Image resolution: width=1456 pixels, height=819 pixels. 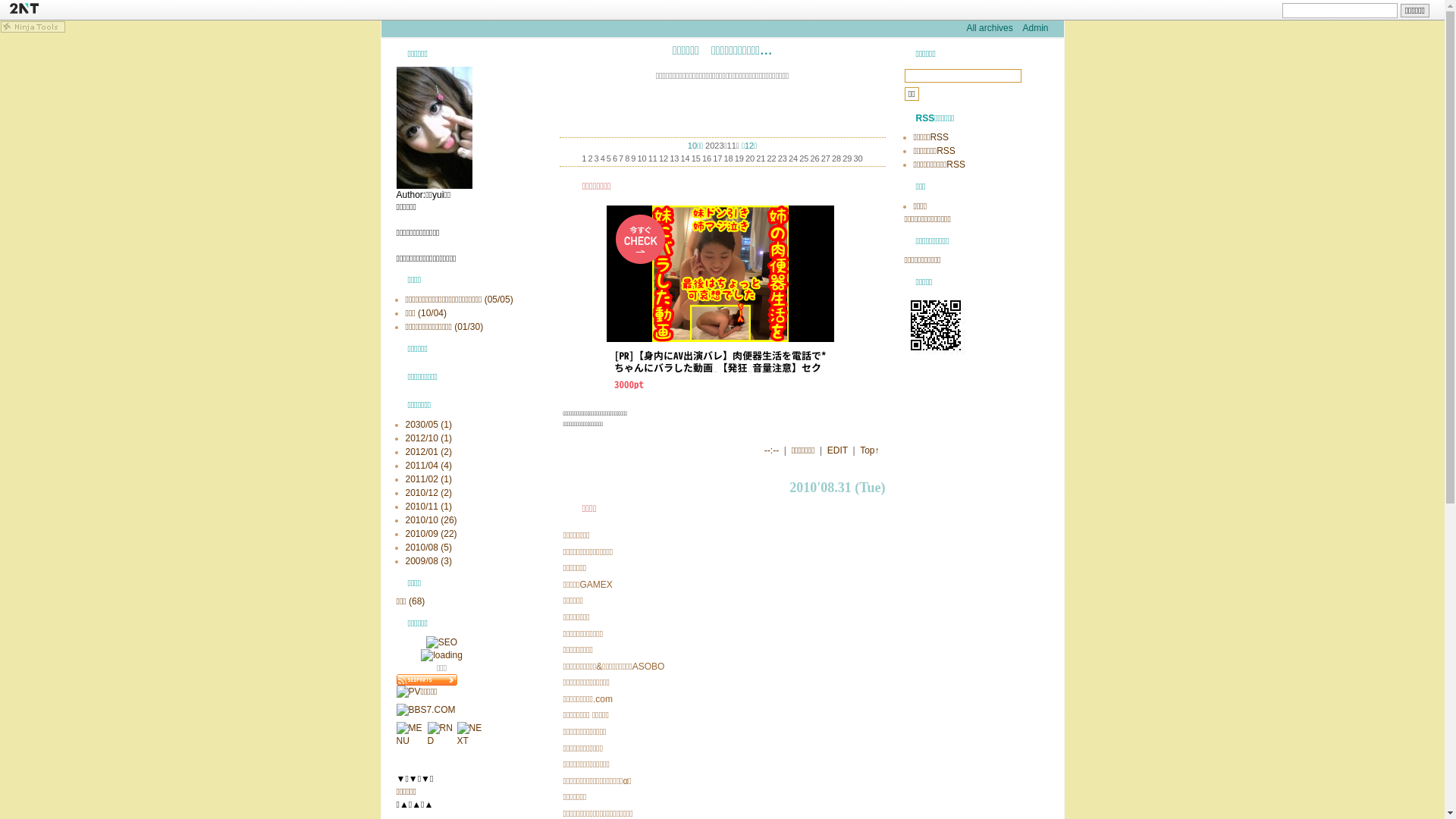 I want to click on '2010/12 (2)', so click(x=427, y=493).